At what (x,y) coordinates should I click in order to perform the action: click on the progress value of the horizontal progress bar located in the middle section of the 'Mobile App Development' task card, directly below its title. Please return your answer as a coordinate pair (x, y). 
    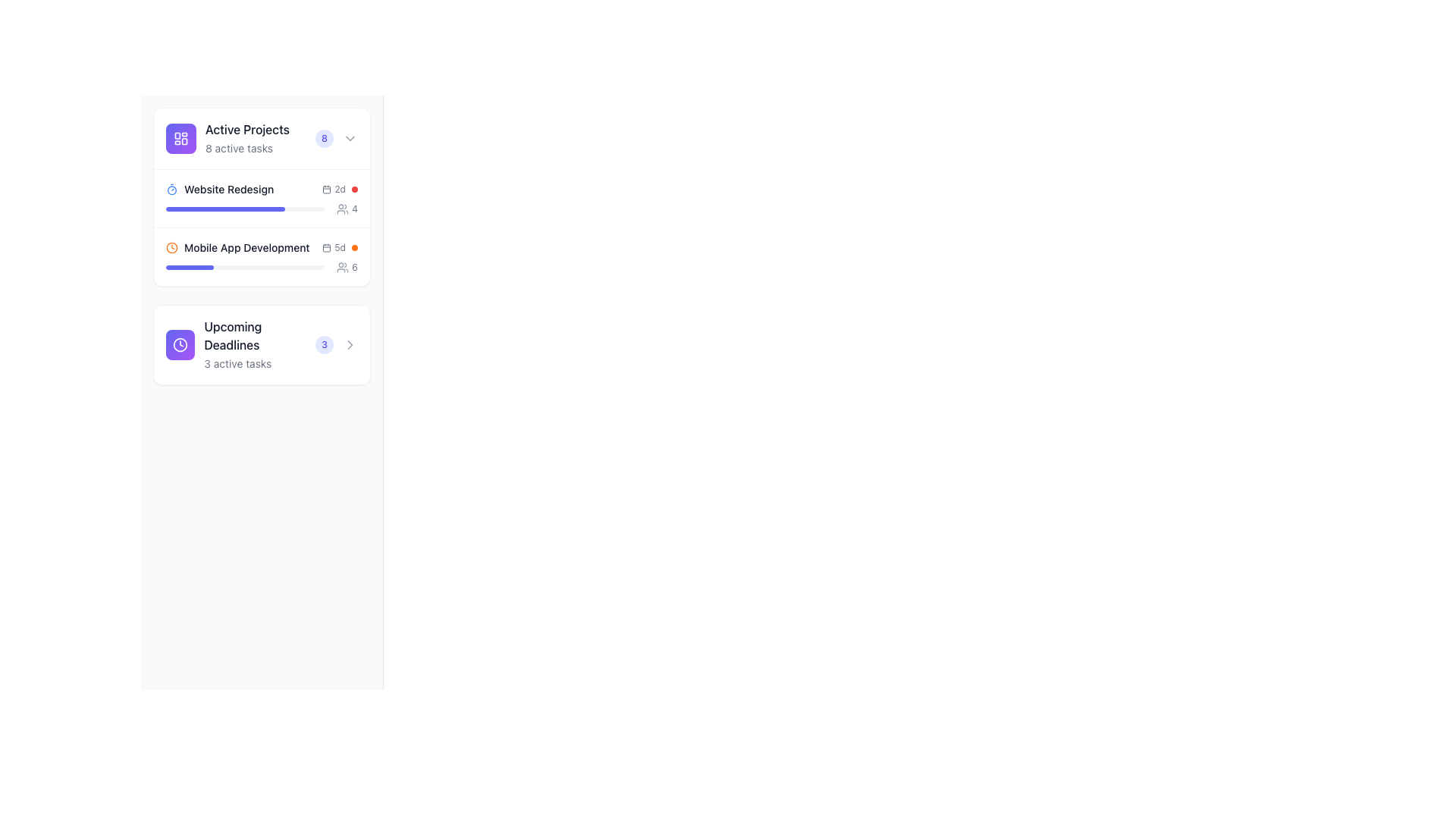
    Looking at the image, I should click on (245, 267).